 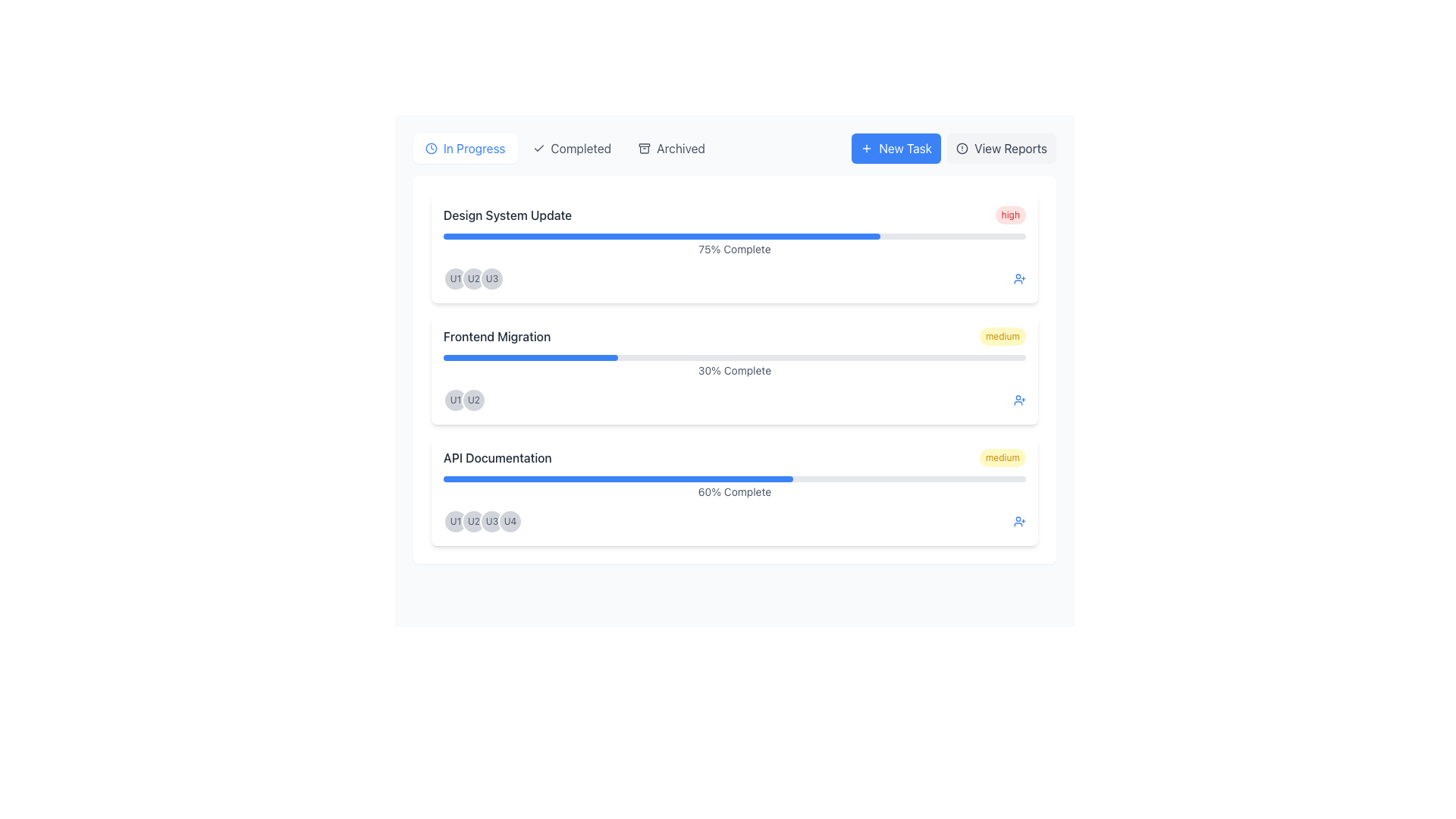 What do you see at coordinates (735, 491) in the screenshot?
I see `the static text label that reads '60% Complete', which is located beneath a blue and gray progress bar in the third card labeled 'API Documentation'` at bounding box center [735, 491].